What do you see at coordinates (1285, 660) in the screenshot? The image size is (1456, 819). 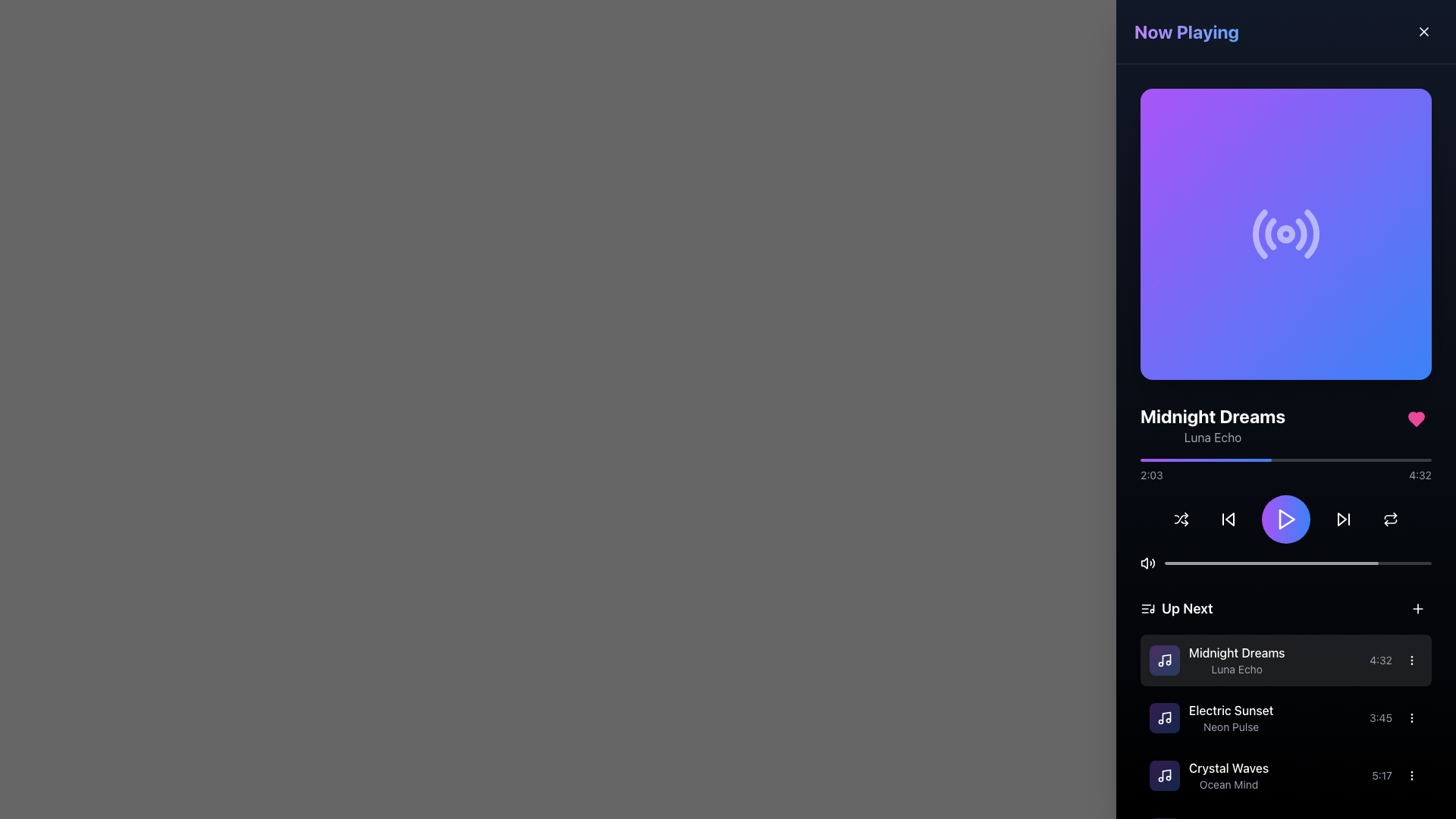 I see `the first song entry` at bounding box center [1285, 660].